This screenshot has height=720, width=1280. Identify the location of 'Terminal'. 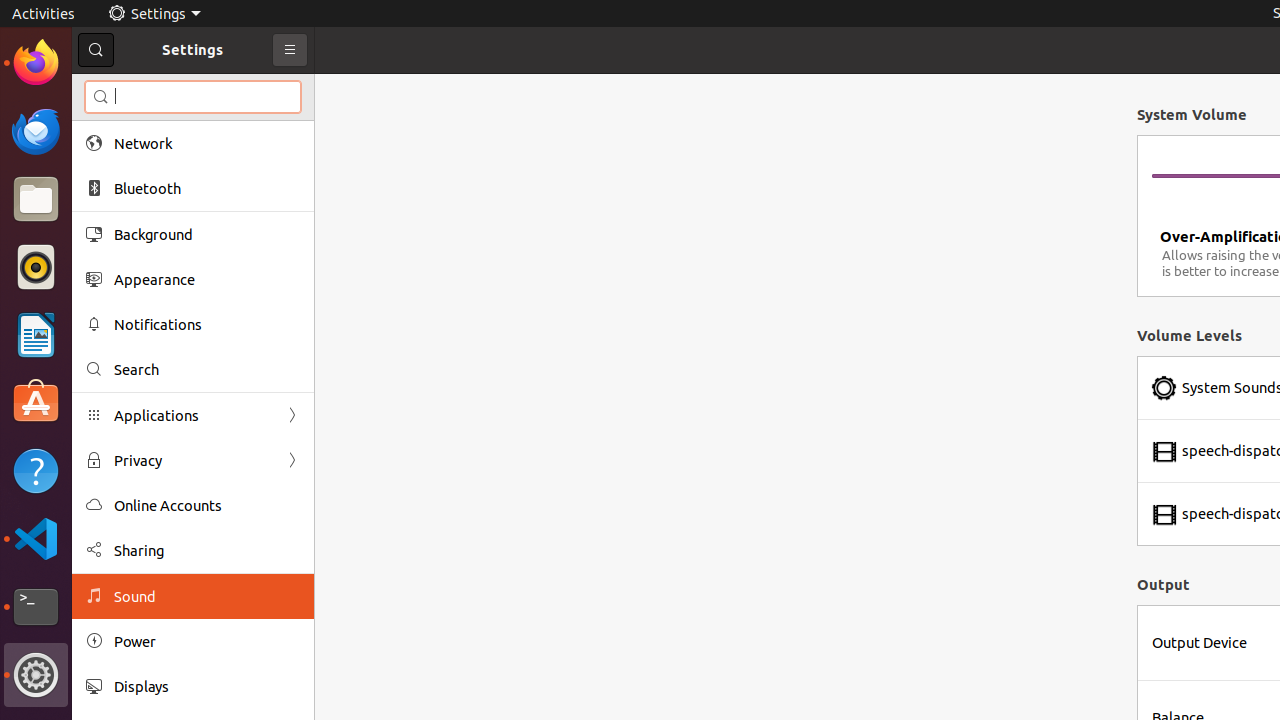
(35, 606).